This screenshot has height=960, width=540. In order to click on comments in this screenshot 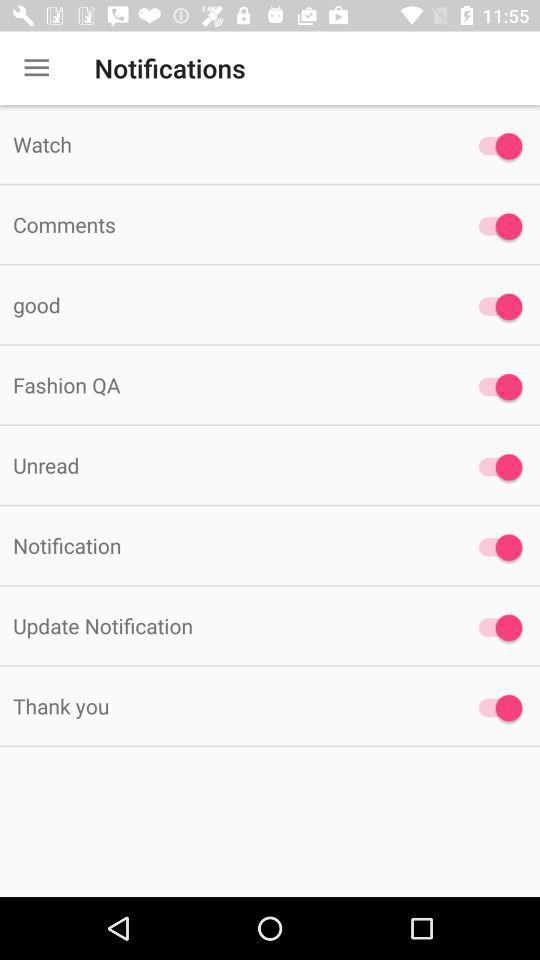, I will do `click(224, 224)`.